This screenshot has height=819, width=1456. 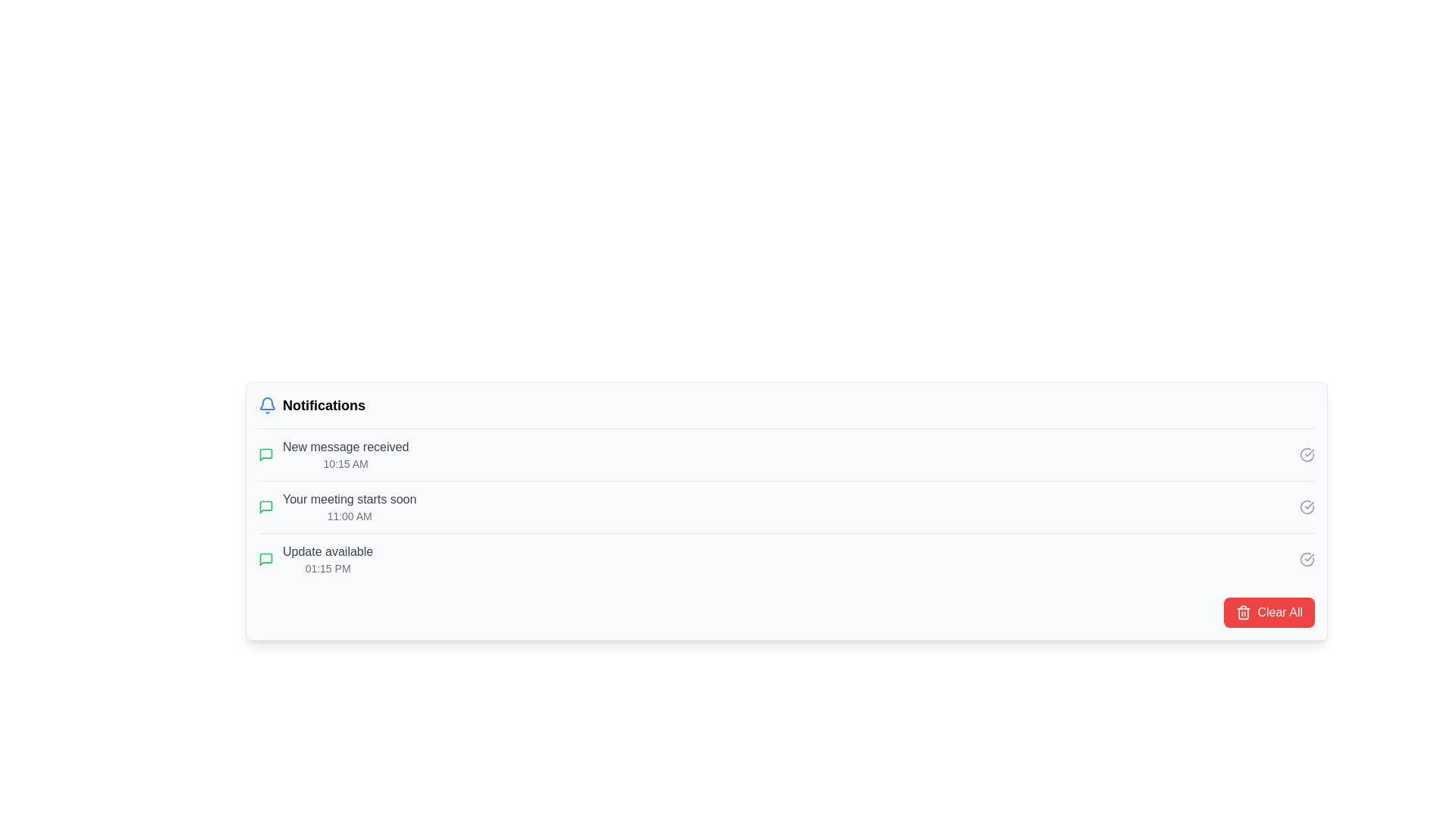 I want to click on the second notification item displaying 'Your meeting starts soon' with the time '11:00 AM', so click(x=349, y=507).